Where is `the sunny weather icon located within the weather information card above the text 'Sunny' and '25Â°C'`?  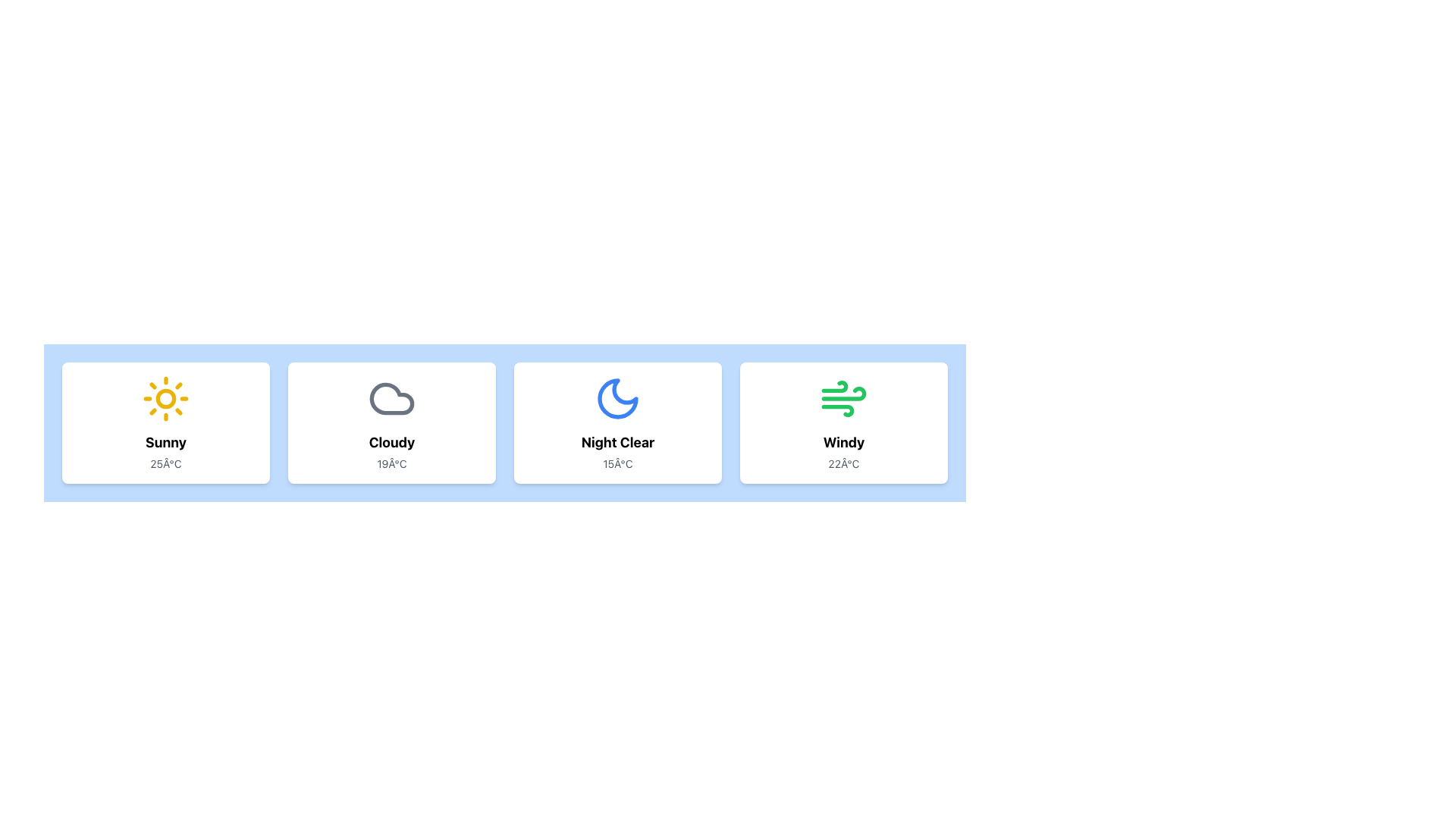 the sunny weather icon located within the weather information card above the text 'Sunny' and '25Â°C' is located at coordinates (166, 397).